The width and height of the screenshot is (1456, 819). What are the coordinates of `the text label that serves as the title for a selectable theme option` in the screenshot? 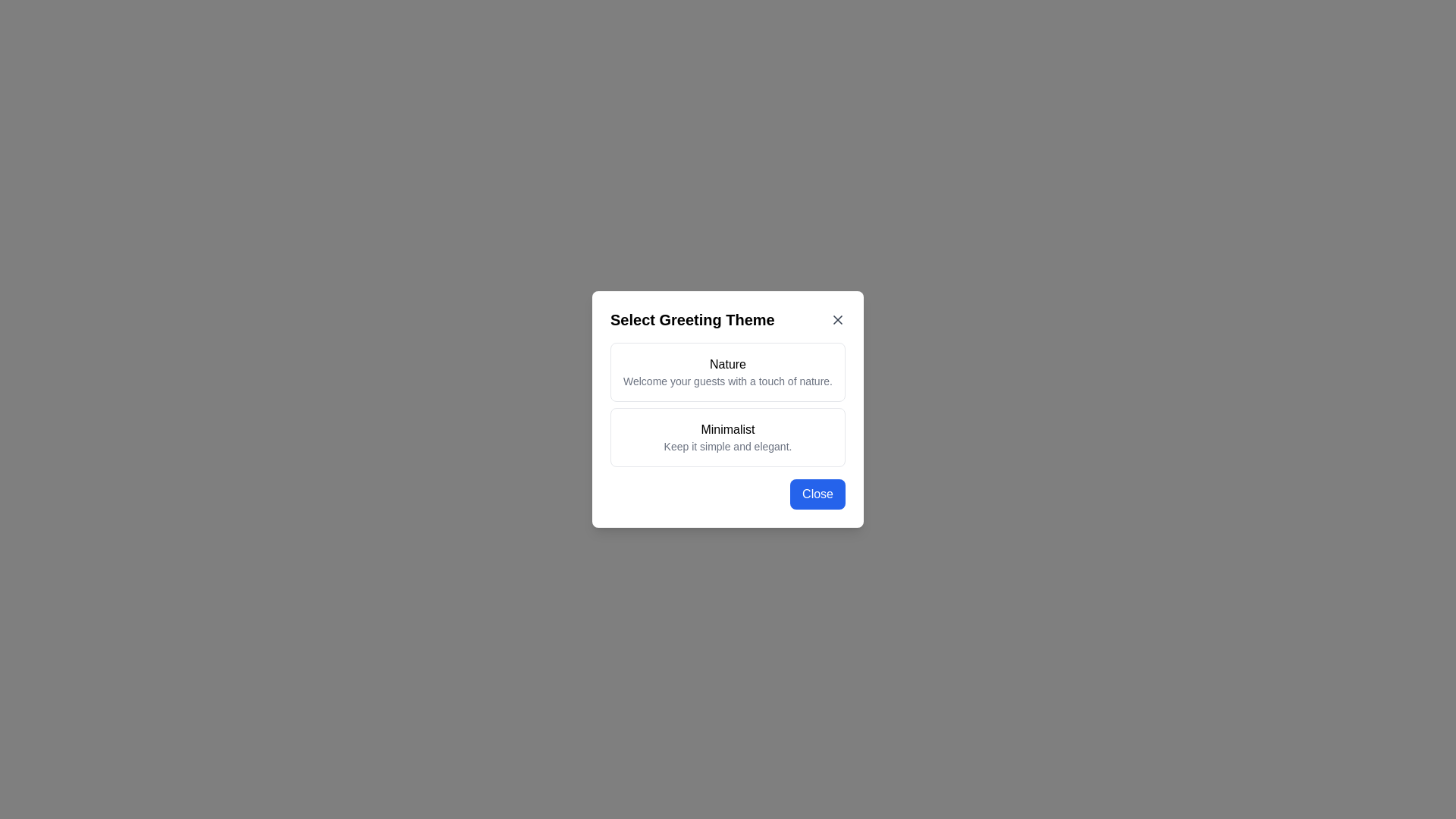 It's located at (728, 430).